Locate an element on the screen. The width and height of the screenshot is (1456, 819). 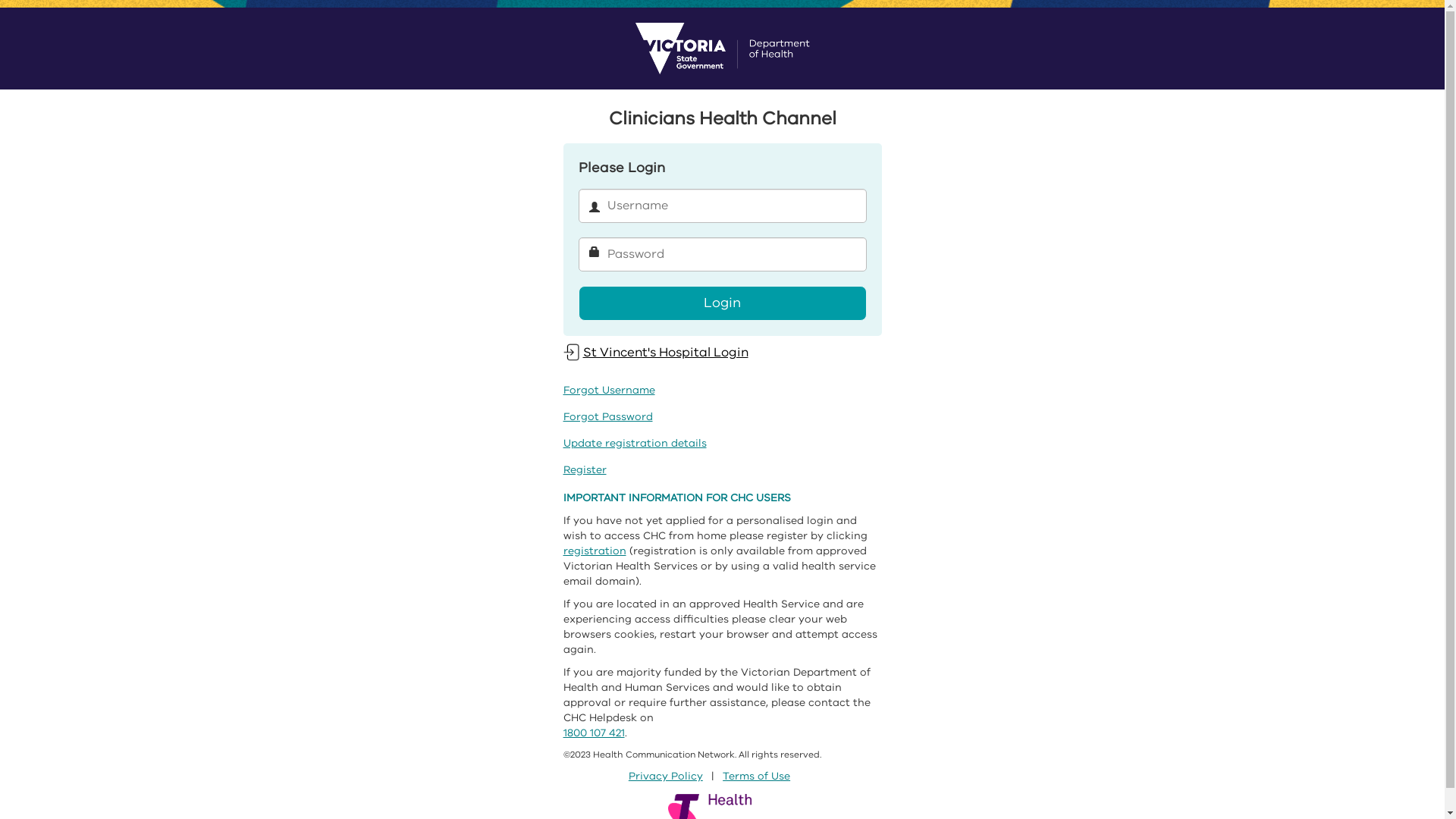
'registration' is located at coordinates (562, 551).